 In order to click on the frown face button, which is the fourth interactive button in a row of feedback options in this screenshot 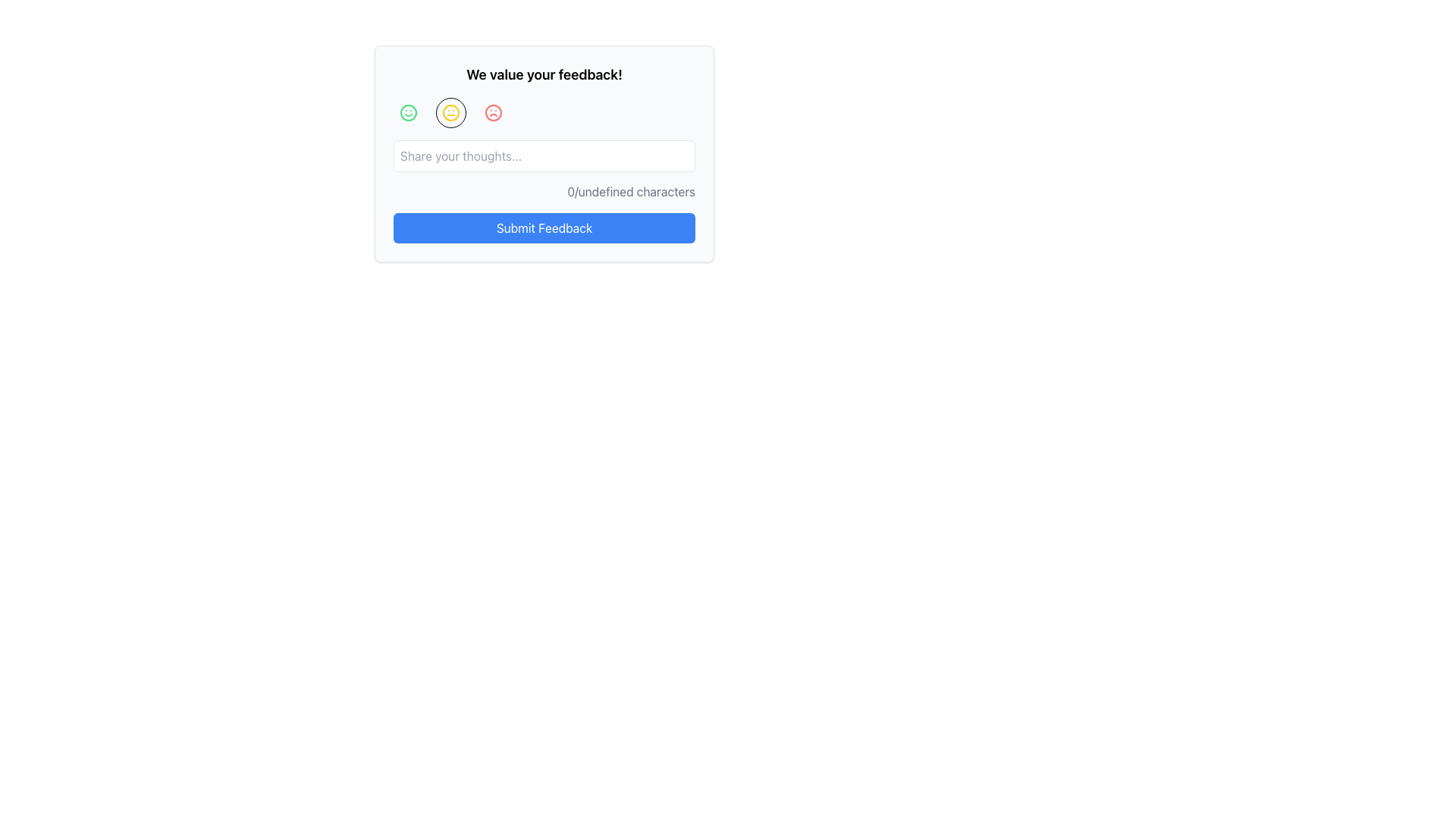, I will do `click(494, 112)`.